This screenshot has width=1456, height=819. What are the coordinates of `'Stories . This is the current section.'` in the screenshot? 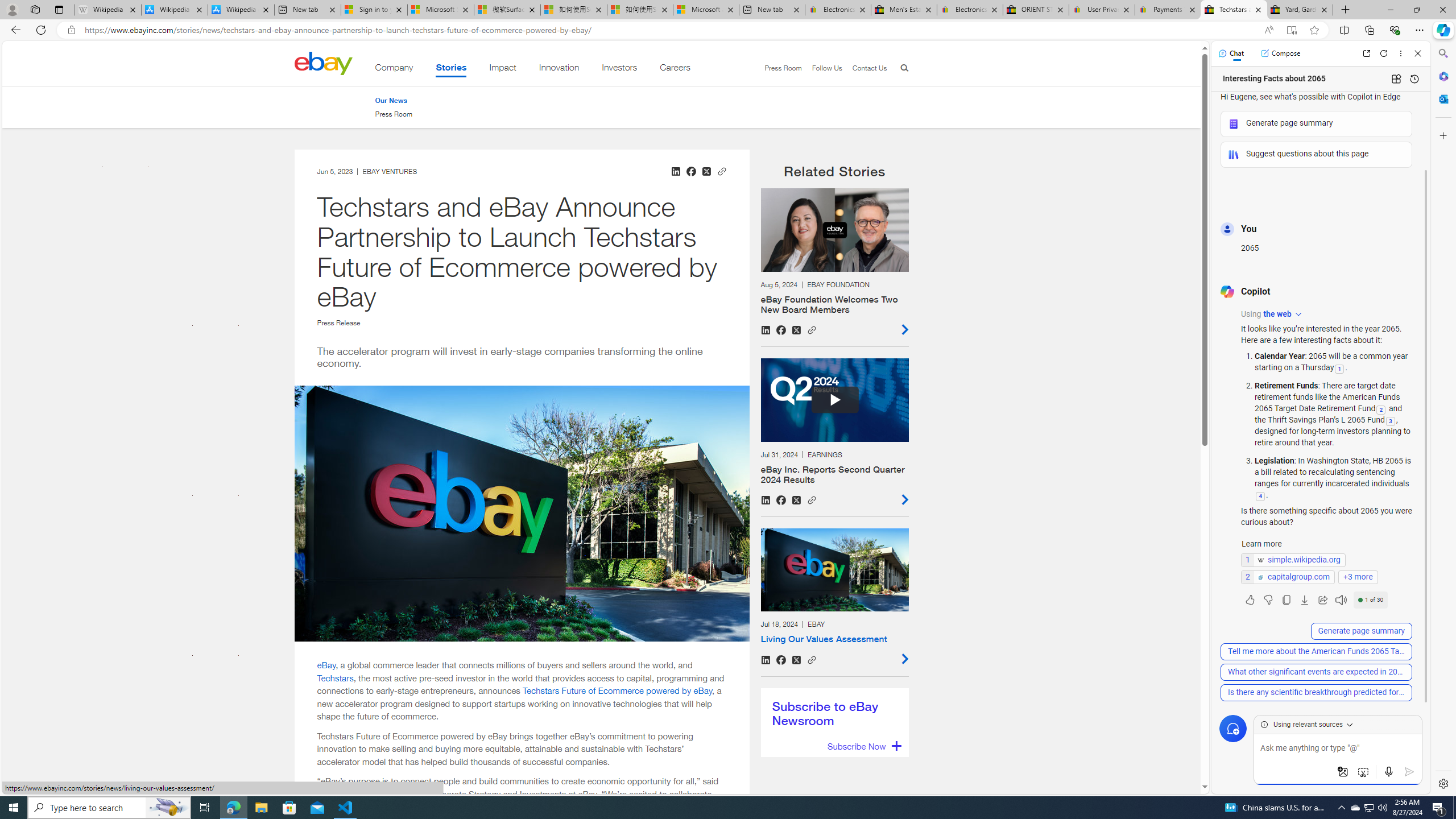 It's located at (450, 69).